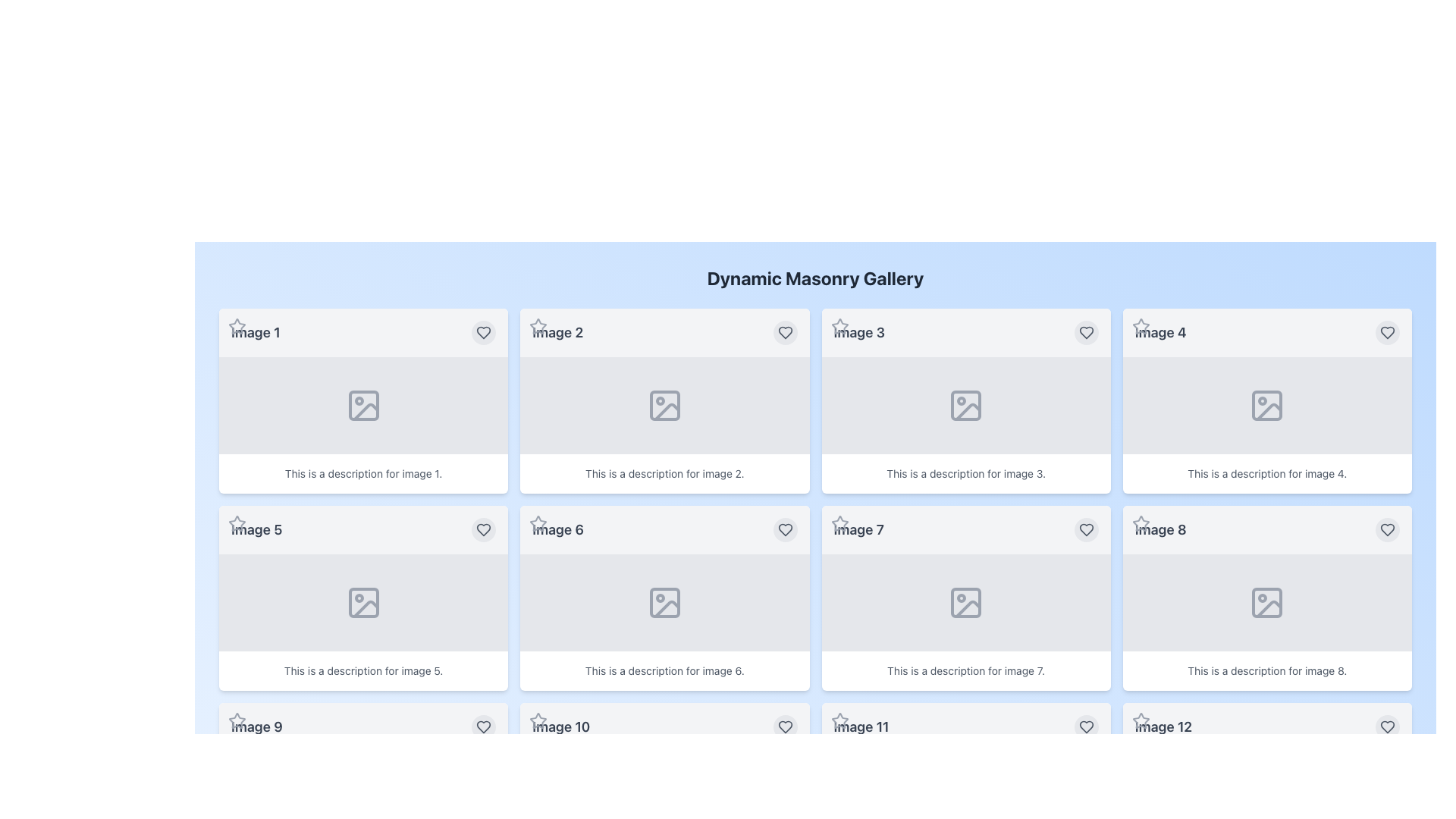  Describe the element at coordinates (1085, 529) in the screenshot. I see `the heart-shaped icon located at the top-right corner of the card labeled 'Image 7'` at that location.